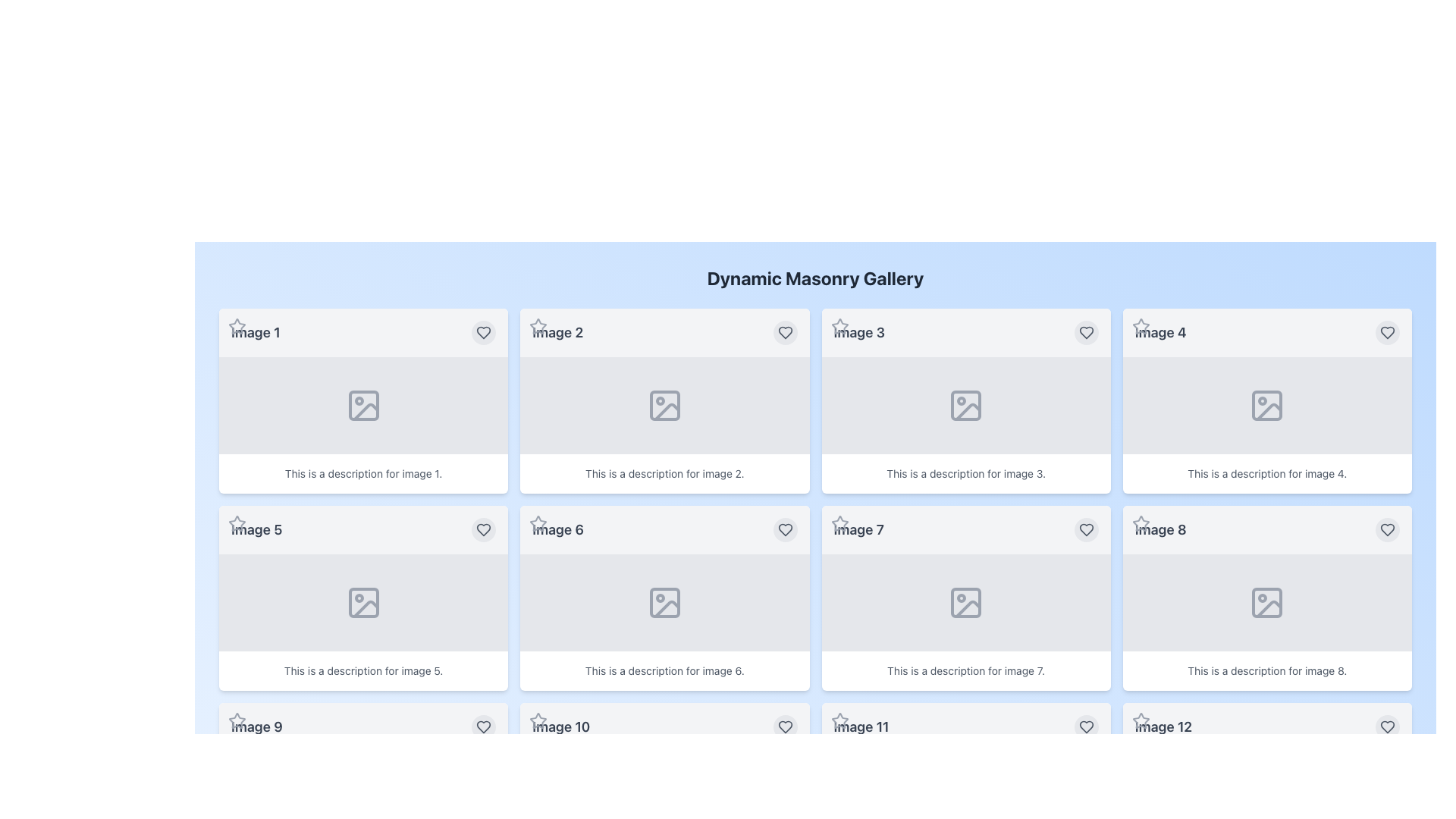  Describe the element at coordinates (1085, 529) in the screenshot. I see `the heart-shaped icon located at the top-right corner of the card labeled 'Image 7'` at that location.